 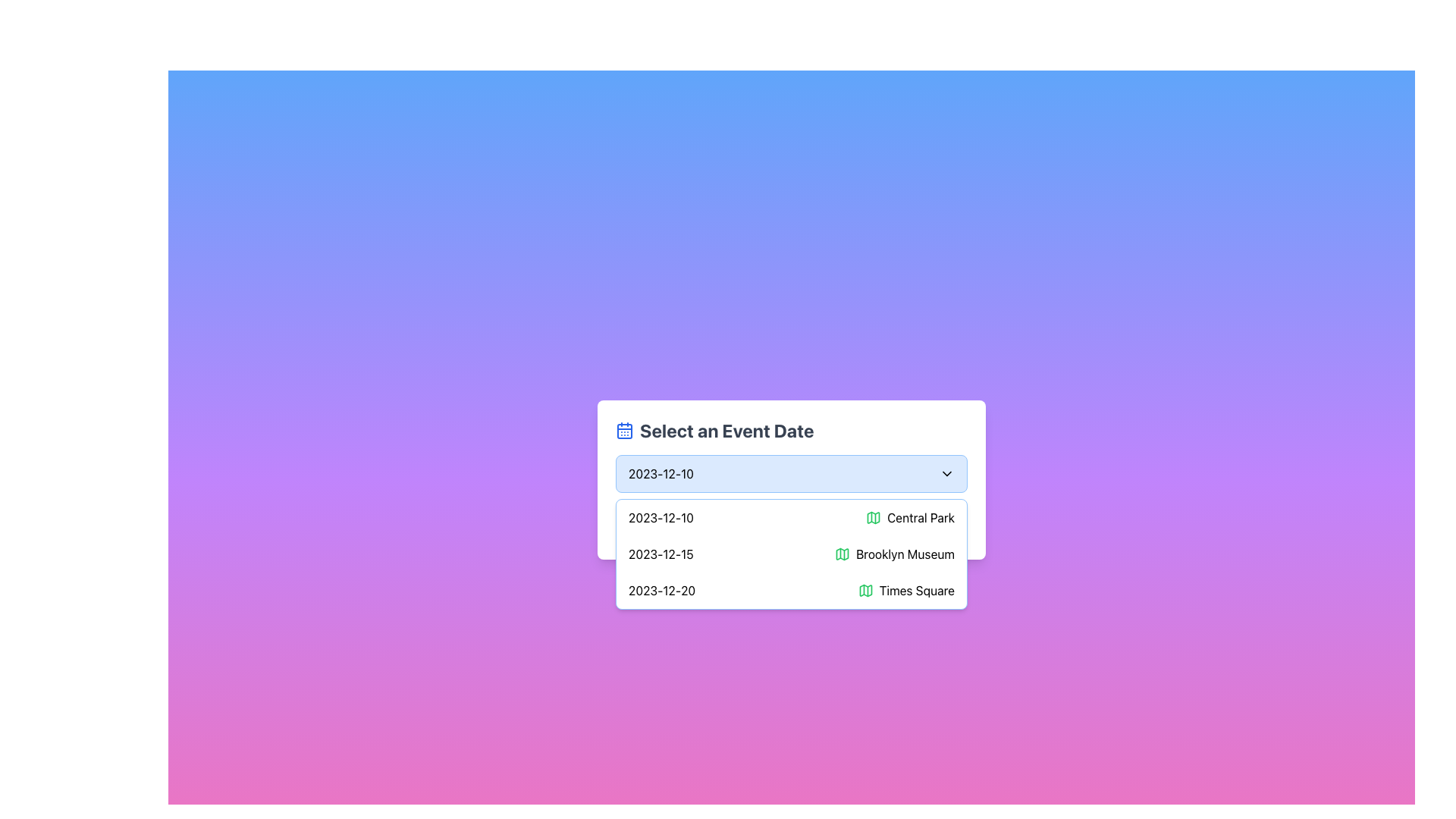 I want to click on the 'Confirm Selection' button with a gradient background to observe its scaling effect, so click(x=790, y=526).